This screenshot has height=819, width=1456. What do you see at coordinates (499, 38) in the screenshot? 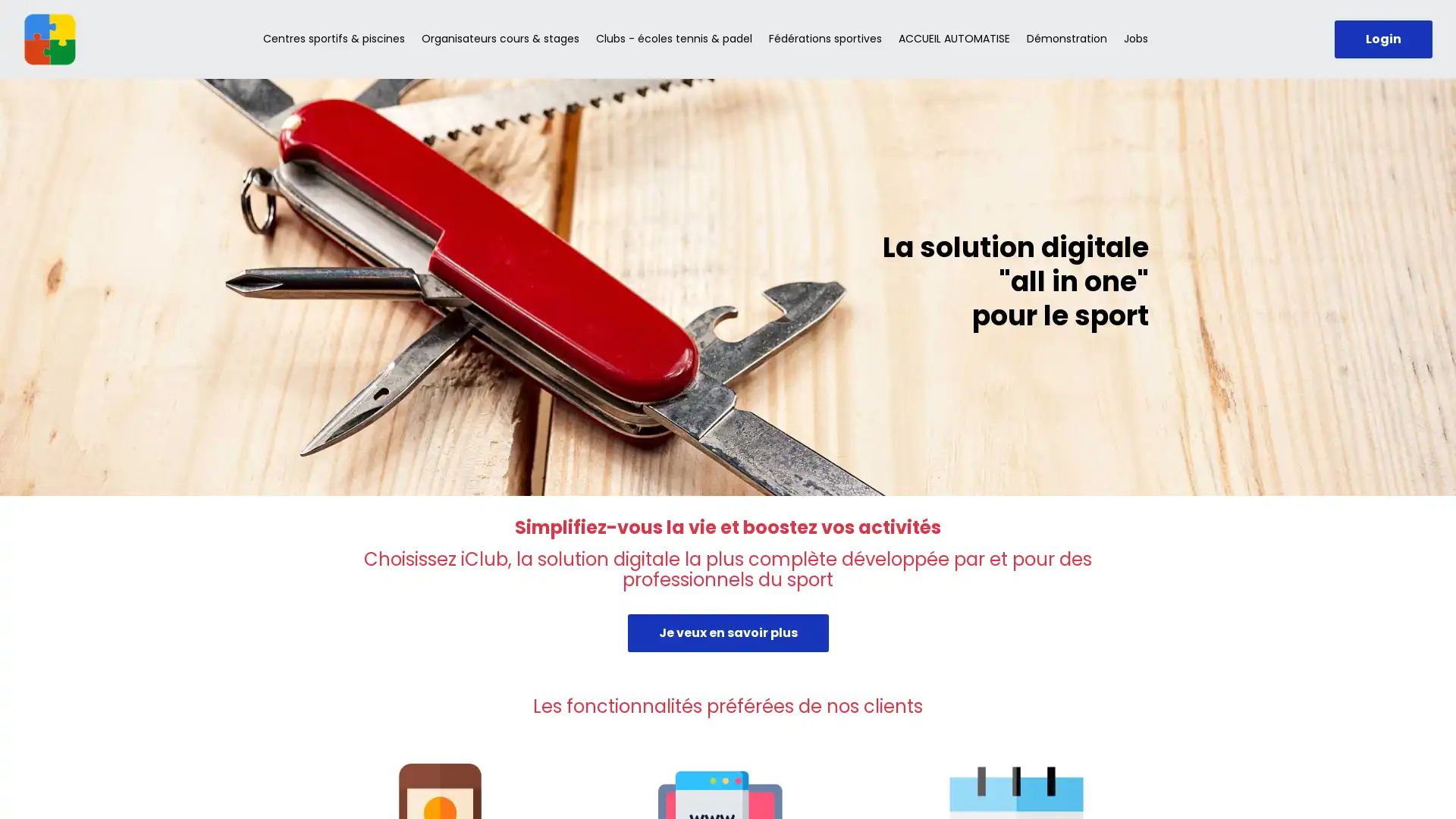
I see `Organisateurs cours & stages` at bounding box center [499, 38].